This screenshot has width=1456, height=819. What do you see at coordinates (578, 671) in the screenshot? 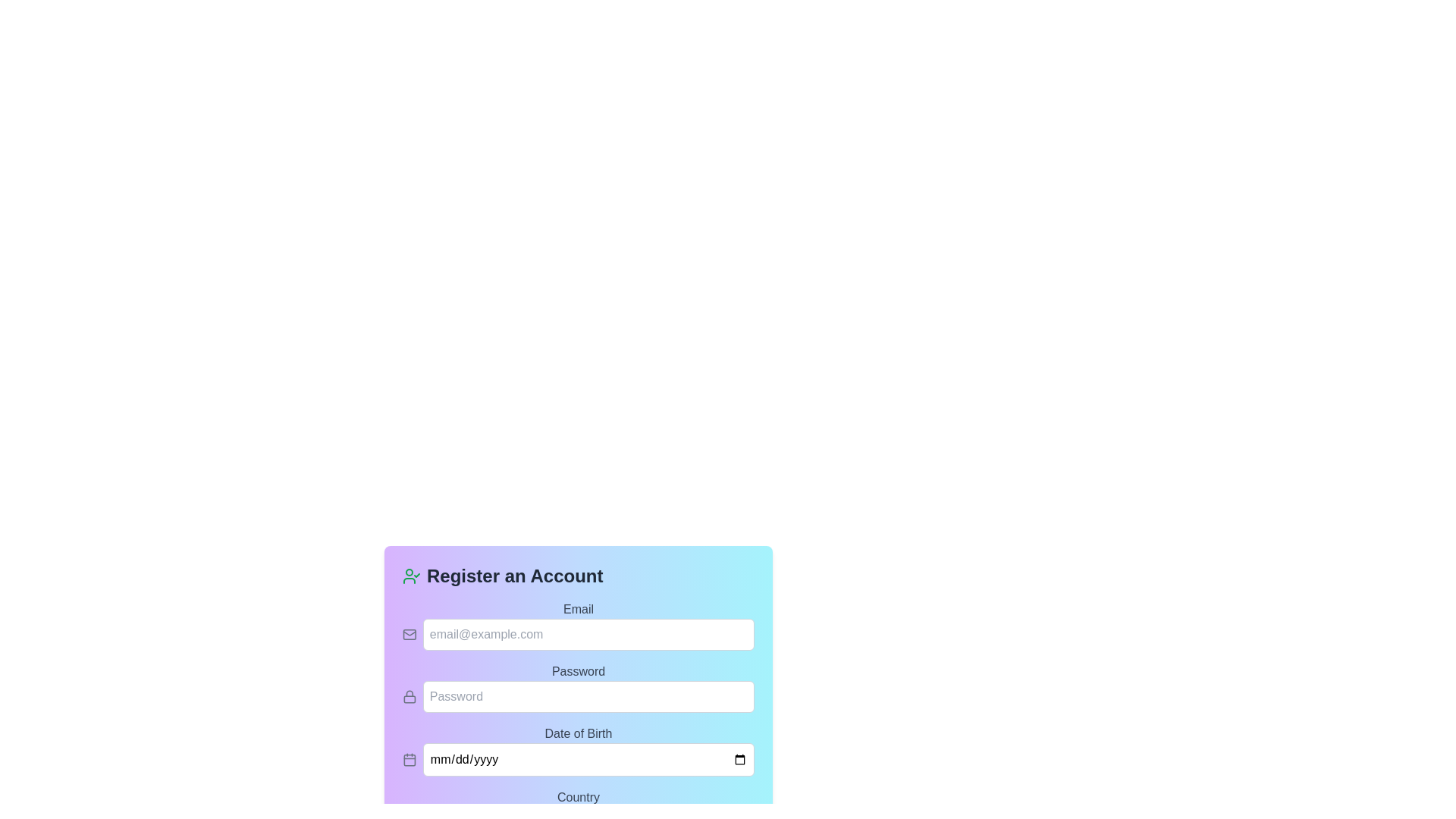
I see `the 'Password' label, which is a bold gray text label positioned above the password input field in the form` at bounding box center [578, 671].